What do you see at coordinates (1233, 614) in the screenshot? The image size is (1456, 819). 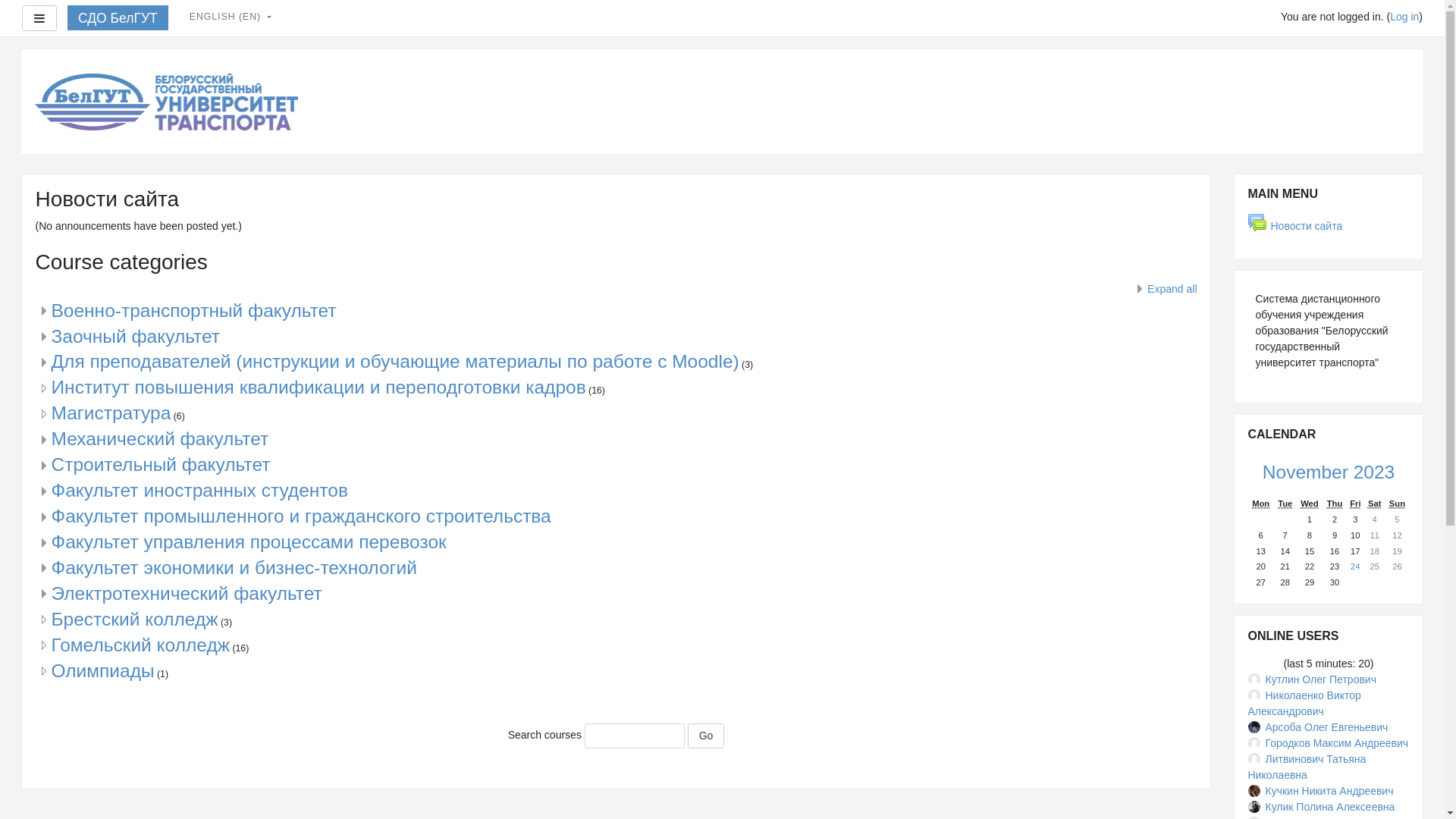 I see `'Skip Online users'` at bounding box center [1233, 614].